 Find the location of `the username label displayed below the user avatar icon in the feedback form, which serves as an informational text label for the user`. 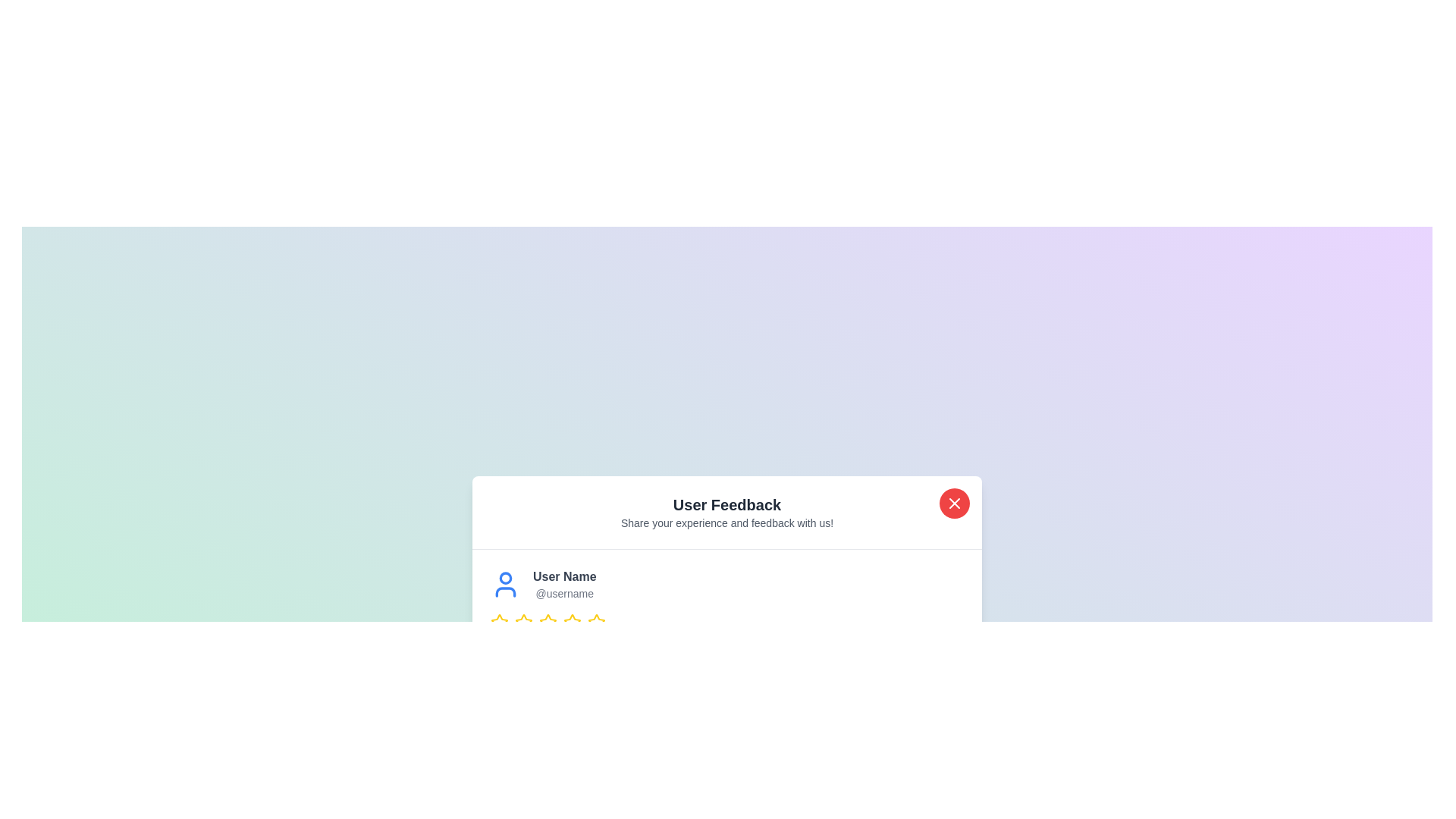

the username label displayed below the user avatar icon in the feedback form, which serves as an informational text label for the user is located at coordinates (563, 592).